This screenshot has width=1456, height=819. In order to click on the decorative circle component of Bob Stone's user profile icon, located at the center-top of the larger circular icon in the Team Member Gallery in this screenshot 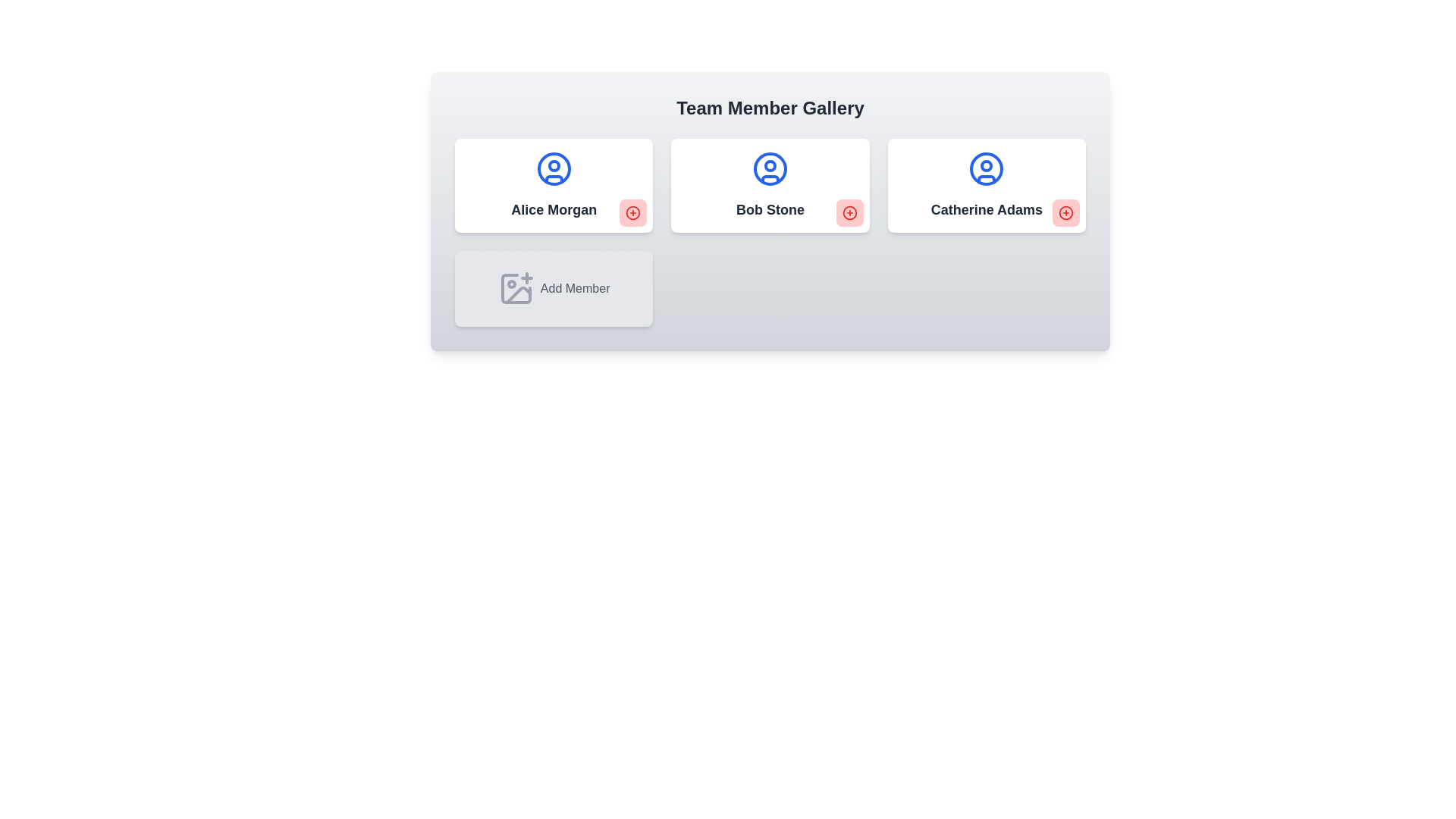, I will do `click(770, 166)`.